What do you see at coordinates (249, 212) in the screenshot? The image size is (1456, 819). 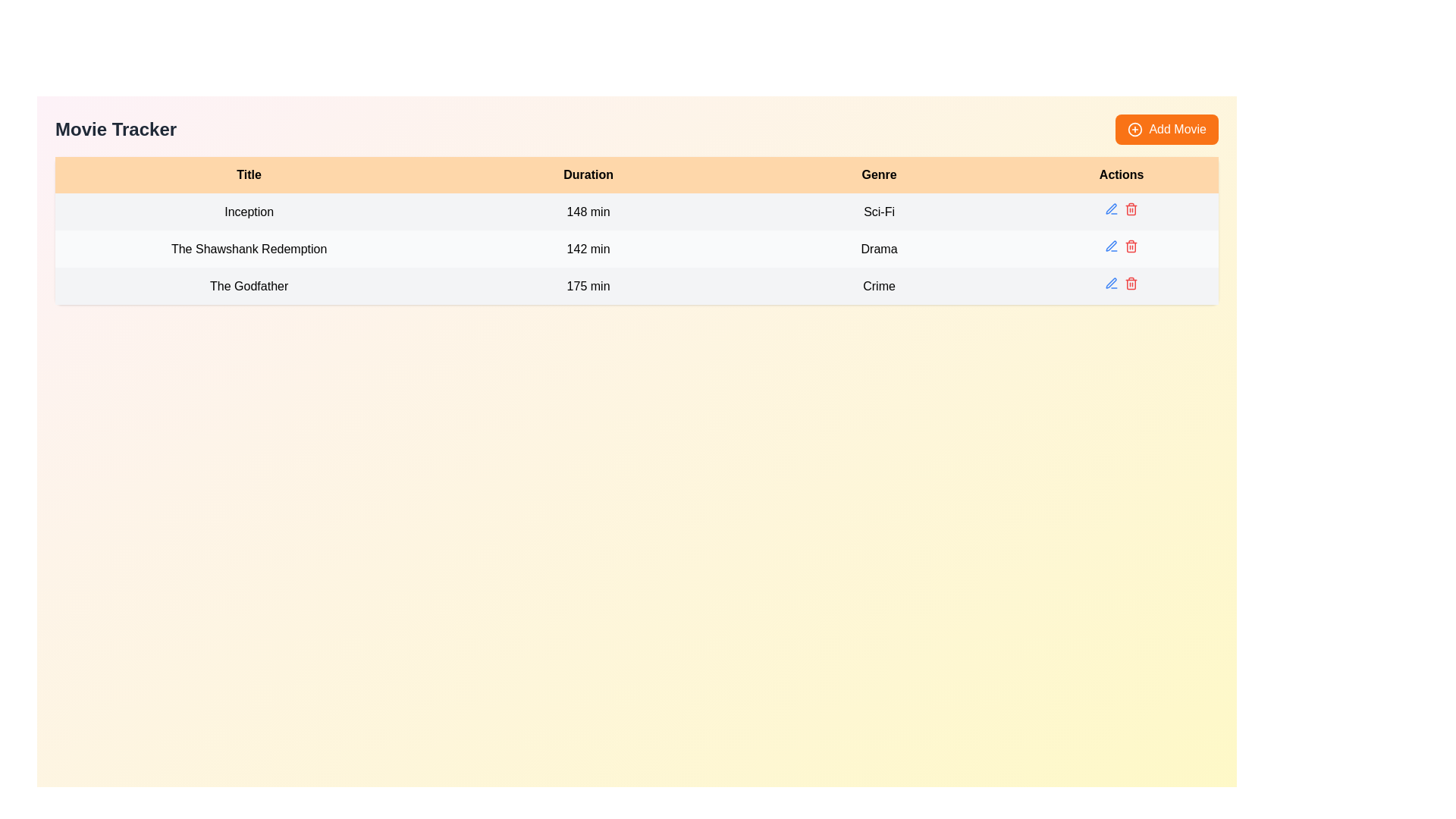 I see `the static text label that represents the title of a movie, located in the 'Title' column of the movie tracker table, directly above the '148 min' entry` at bounding box center [249, 212].